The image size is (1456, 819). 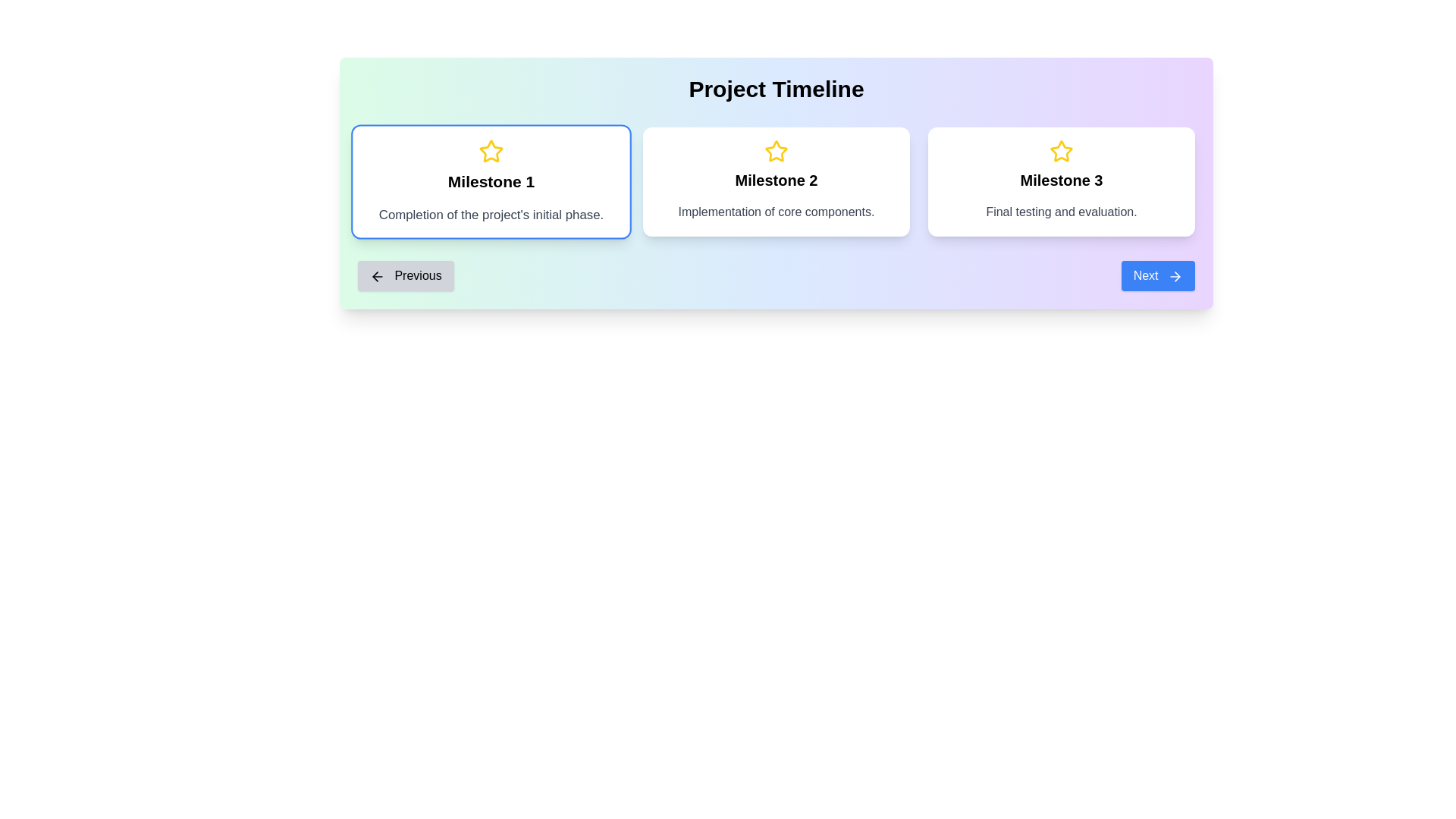 What do you see at coordinates (1061, 212) in the screenshot?
I see `the static text providing additional information for 'Milestone 3' located beneath the title and icon in the white card` at bounding box center [1061, 212].